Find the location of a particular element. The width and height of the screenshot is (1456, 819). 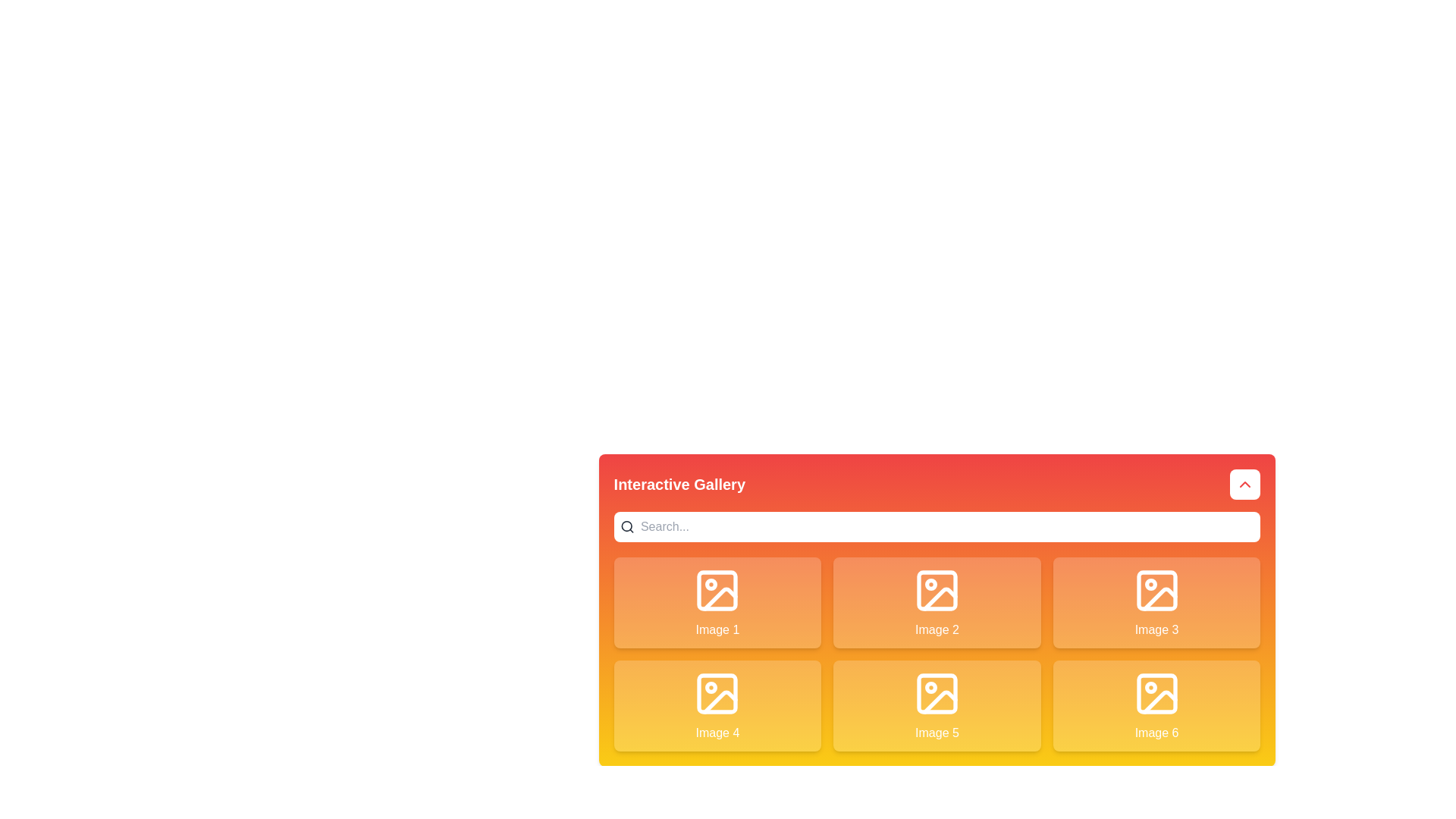

the image placeholder icon in the first card of the top row labeled 'Image 1' is located at coordinates (717, 590).